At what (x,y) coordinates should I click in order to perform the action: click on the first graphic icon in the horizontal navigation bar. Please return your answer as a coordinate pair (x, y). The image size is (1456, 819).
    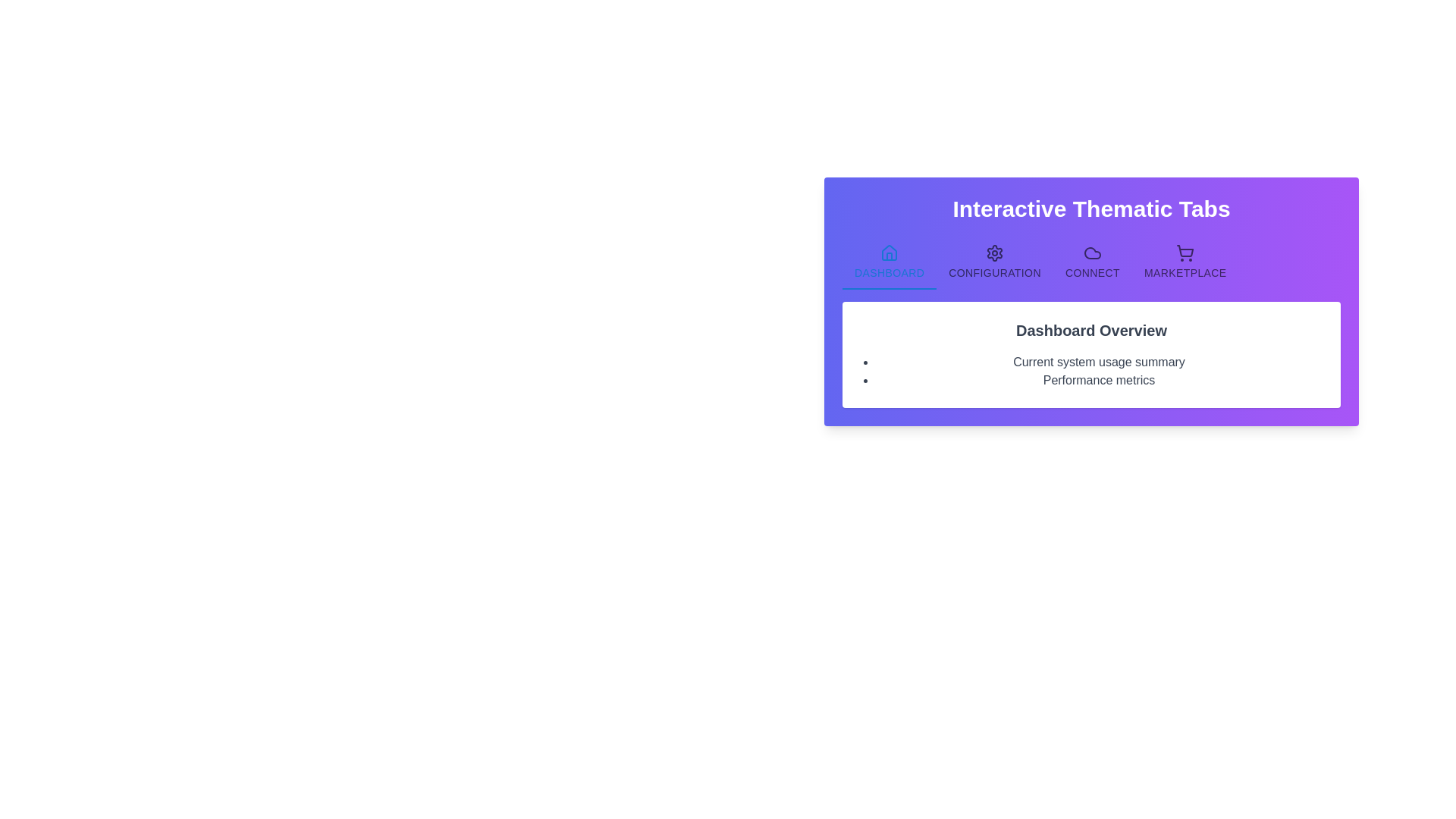
    Looking at the image, I should click on (1092, 253).